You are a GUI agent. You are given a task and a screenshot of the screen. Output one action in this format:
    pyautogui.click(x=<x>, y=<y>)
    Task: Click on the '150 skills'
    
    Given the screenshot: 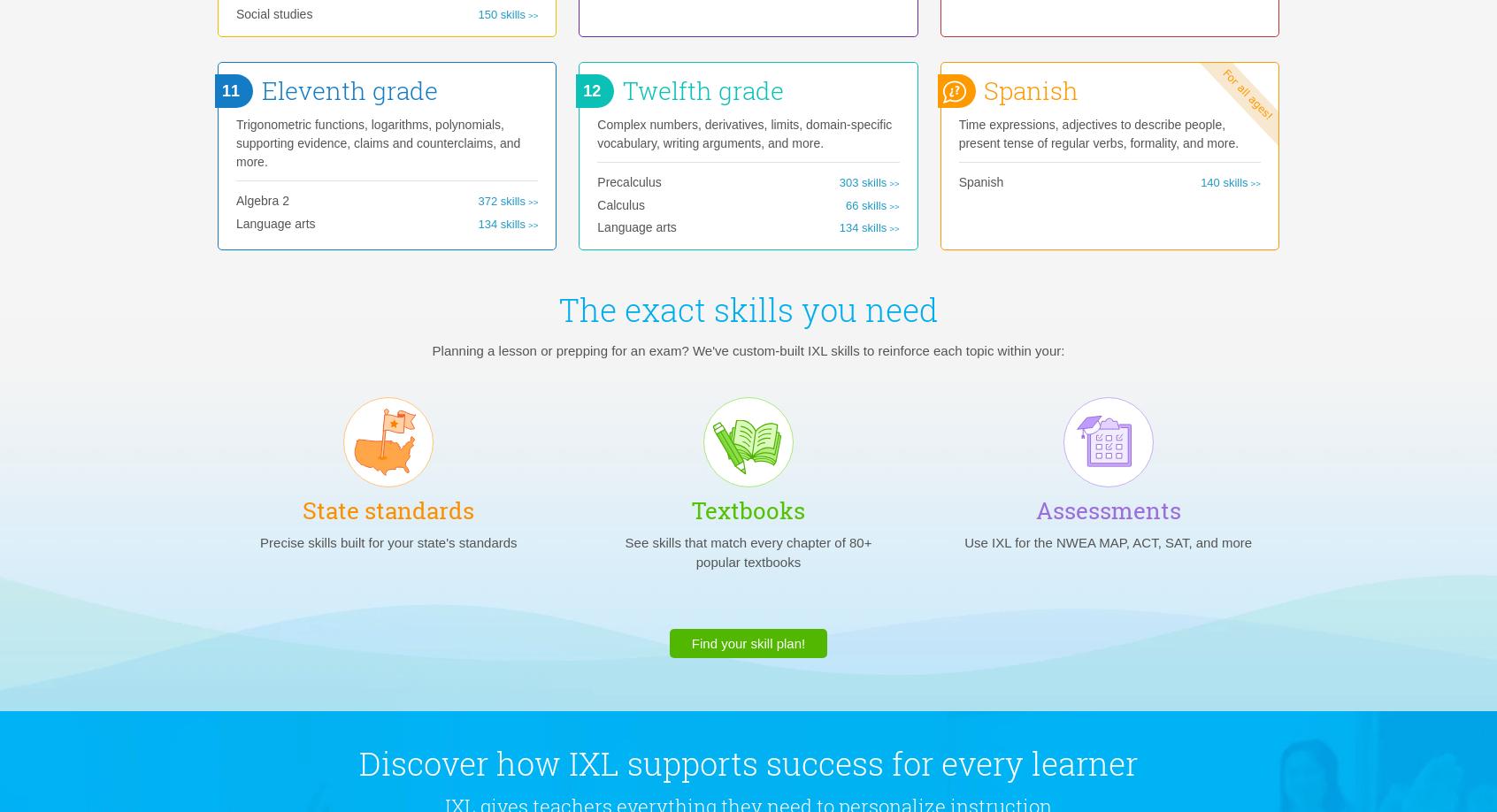 What is the action you would take?
    pyautogui.click(x=500, y=13)
    